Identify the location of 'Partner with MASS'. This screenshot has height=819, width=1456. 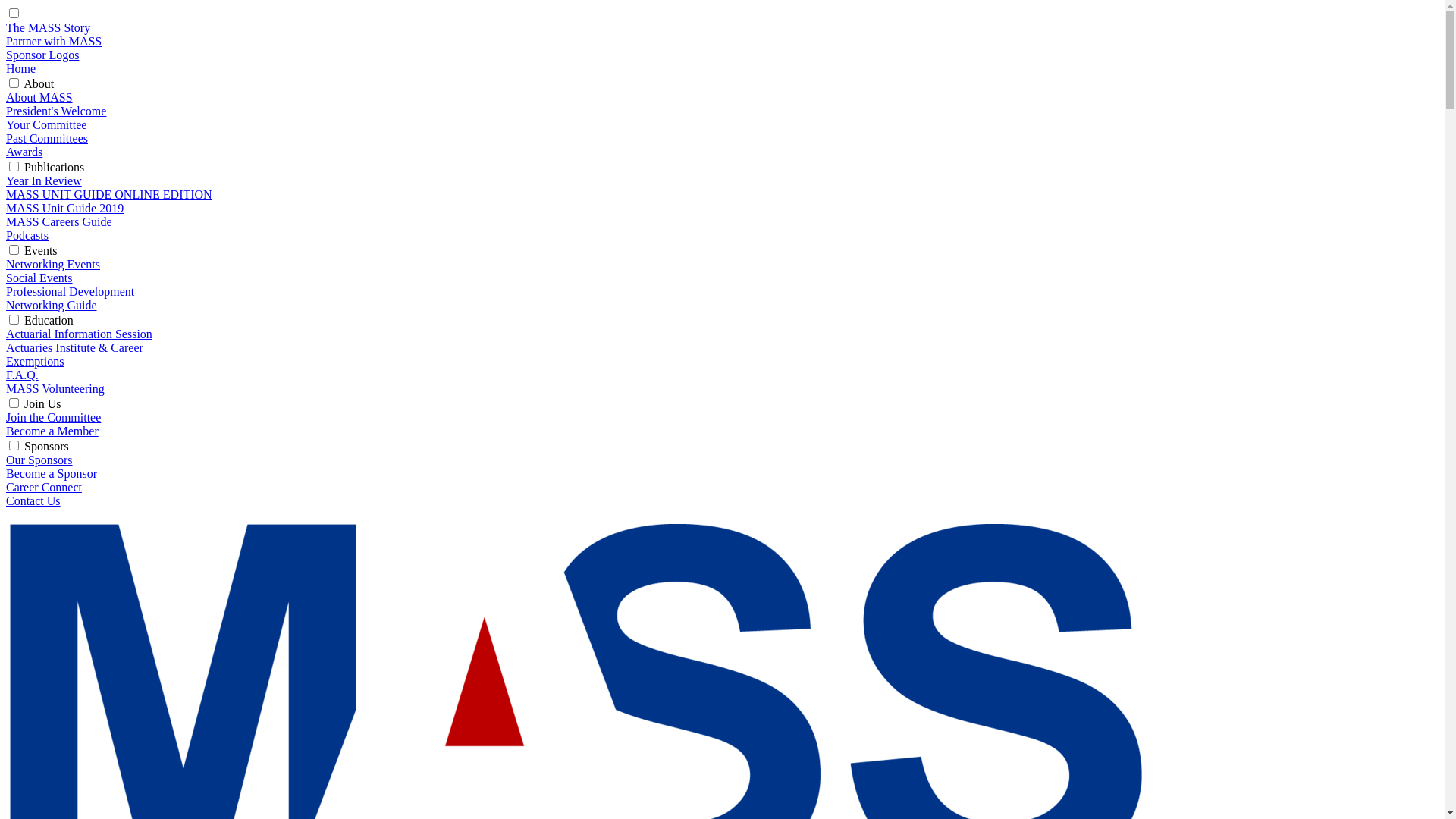
(54, 40).